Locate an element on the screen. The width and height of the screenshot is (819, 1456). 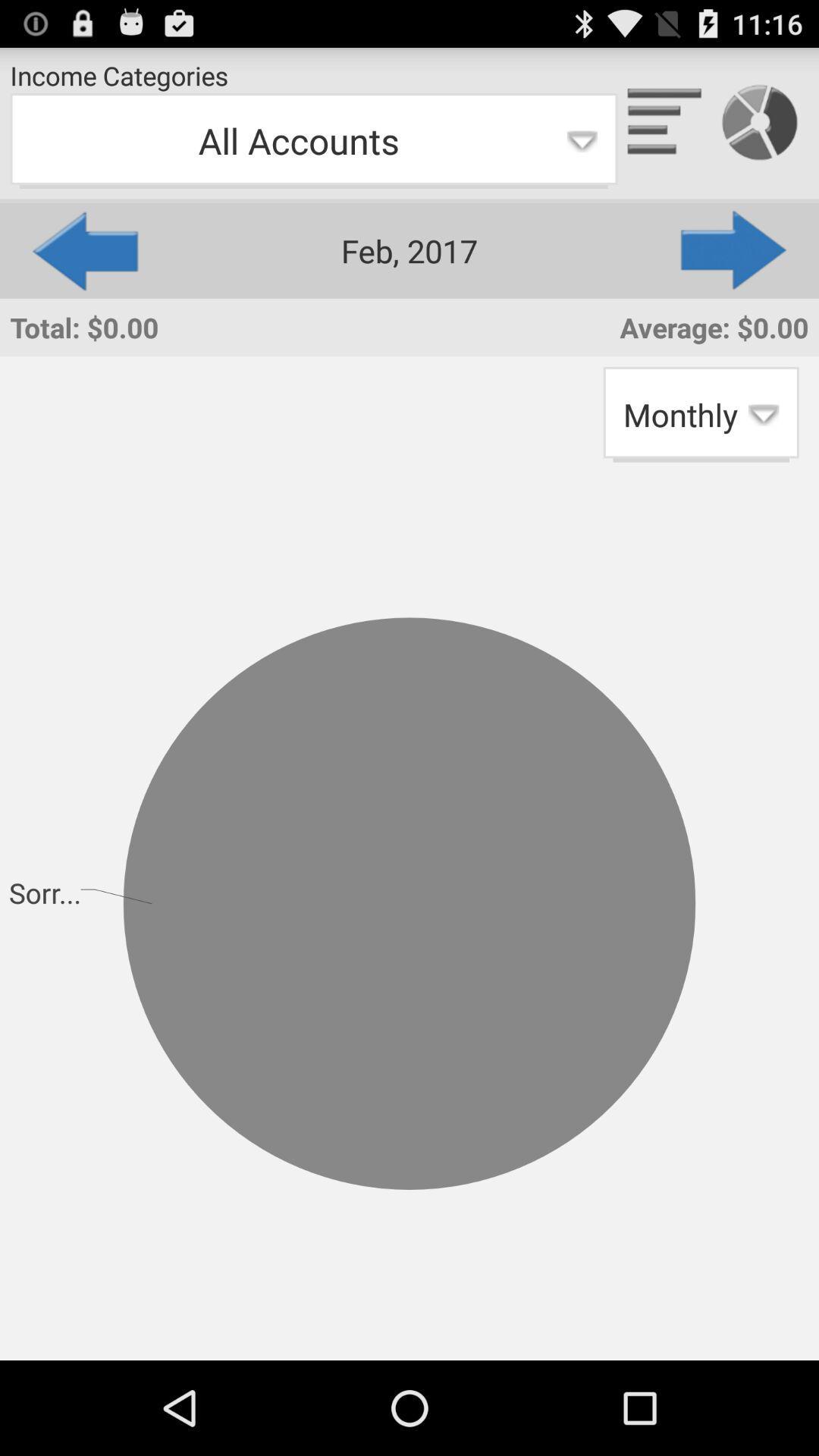
homepage is located at coordinates (664, 123).